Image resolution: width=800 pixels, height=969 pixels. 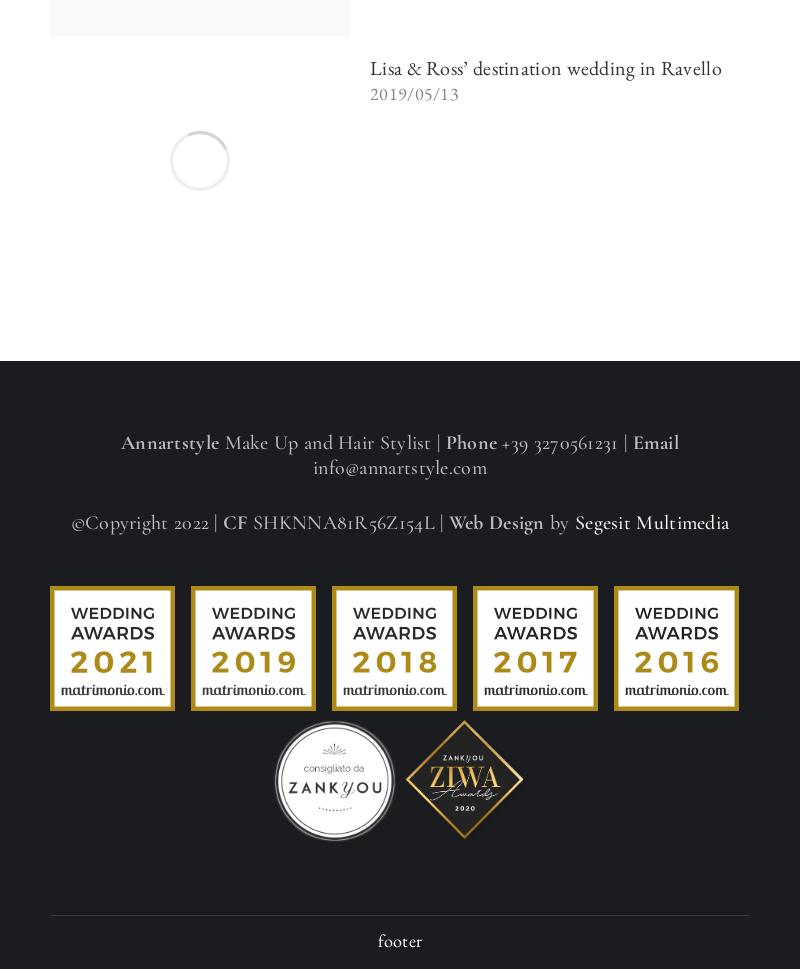 What do you see at coordinates (444, 443) in the screenshot?
I see `'Phone'` at bounding box center [444, 443].